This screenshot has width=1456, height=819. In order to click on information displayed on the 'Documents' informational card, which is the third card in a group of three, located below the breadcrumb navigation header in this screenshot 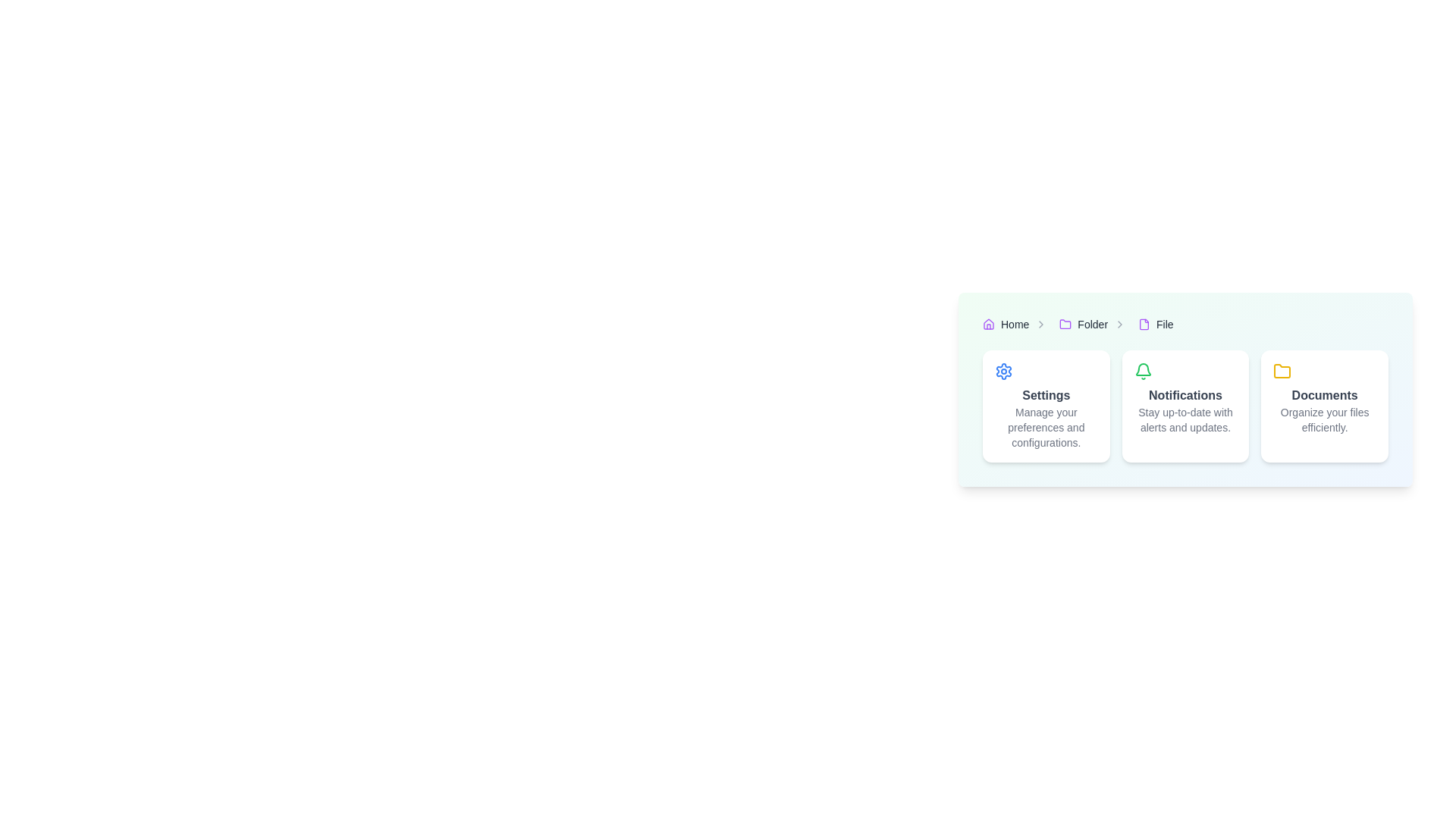, I will do `click(1324, 406)`.